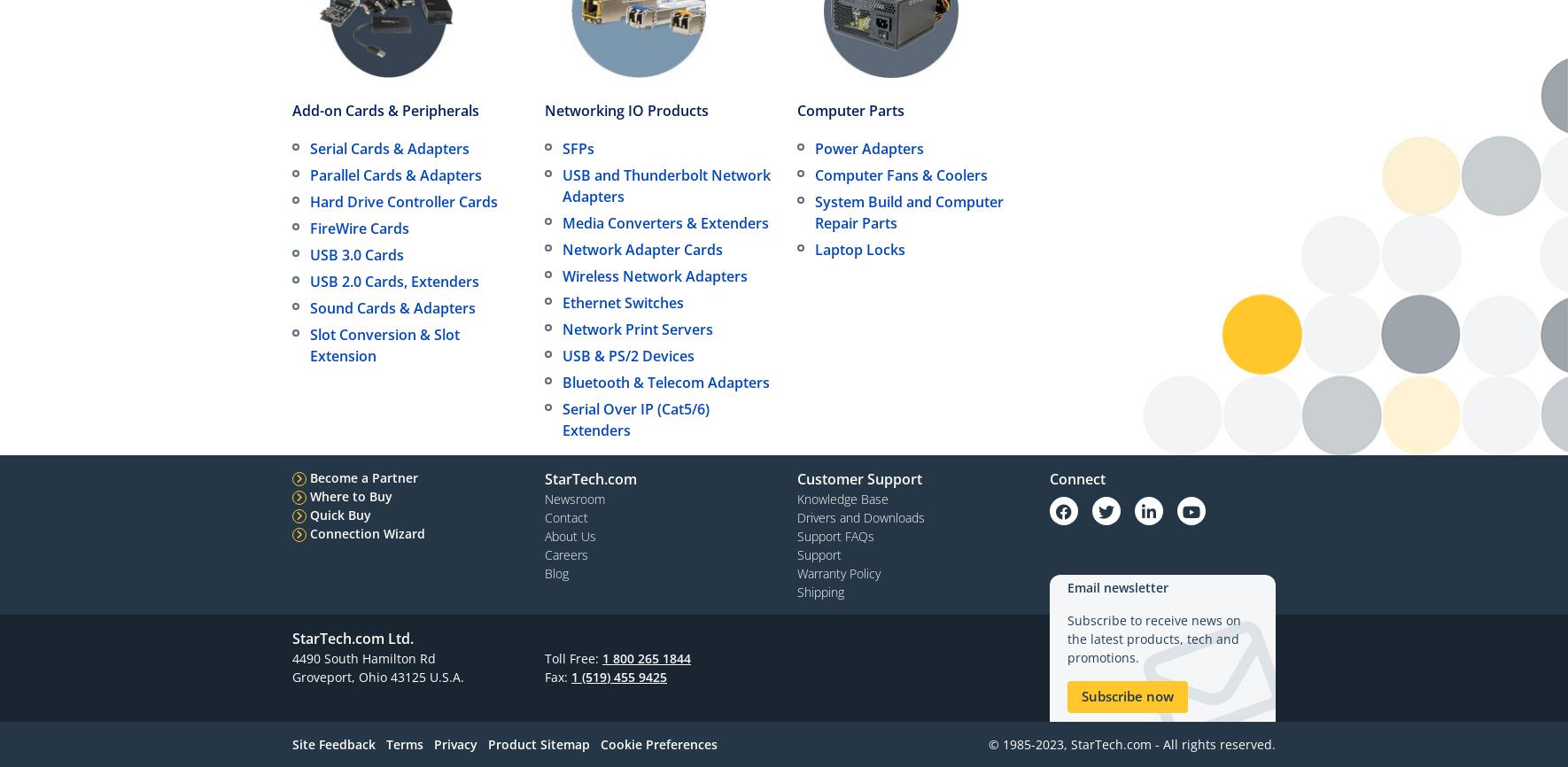 The image size is (1568, 767). I want to click on '1 800 265 1844', so click(645, 656).